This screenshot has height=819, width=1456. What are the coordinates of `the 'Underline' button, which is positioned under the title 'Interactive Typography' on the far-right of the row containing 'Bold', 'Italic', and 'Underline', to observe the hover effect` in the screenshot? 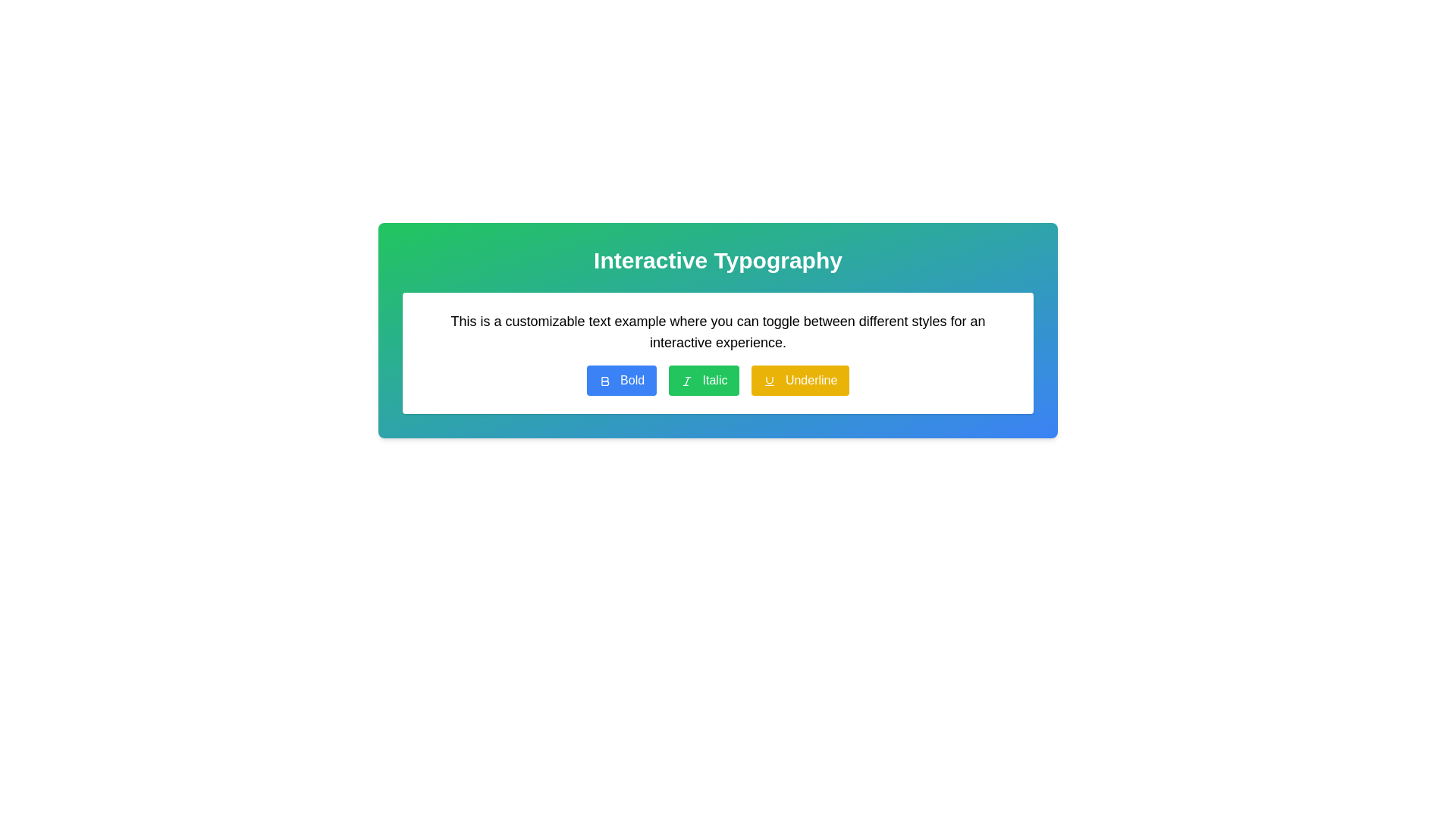 It's located at (800, 379).